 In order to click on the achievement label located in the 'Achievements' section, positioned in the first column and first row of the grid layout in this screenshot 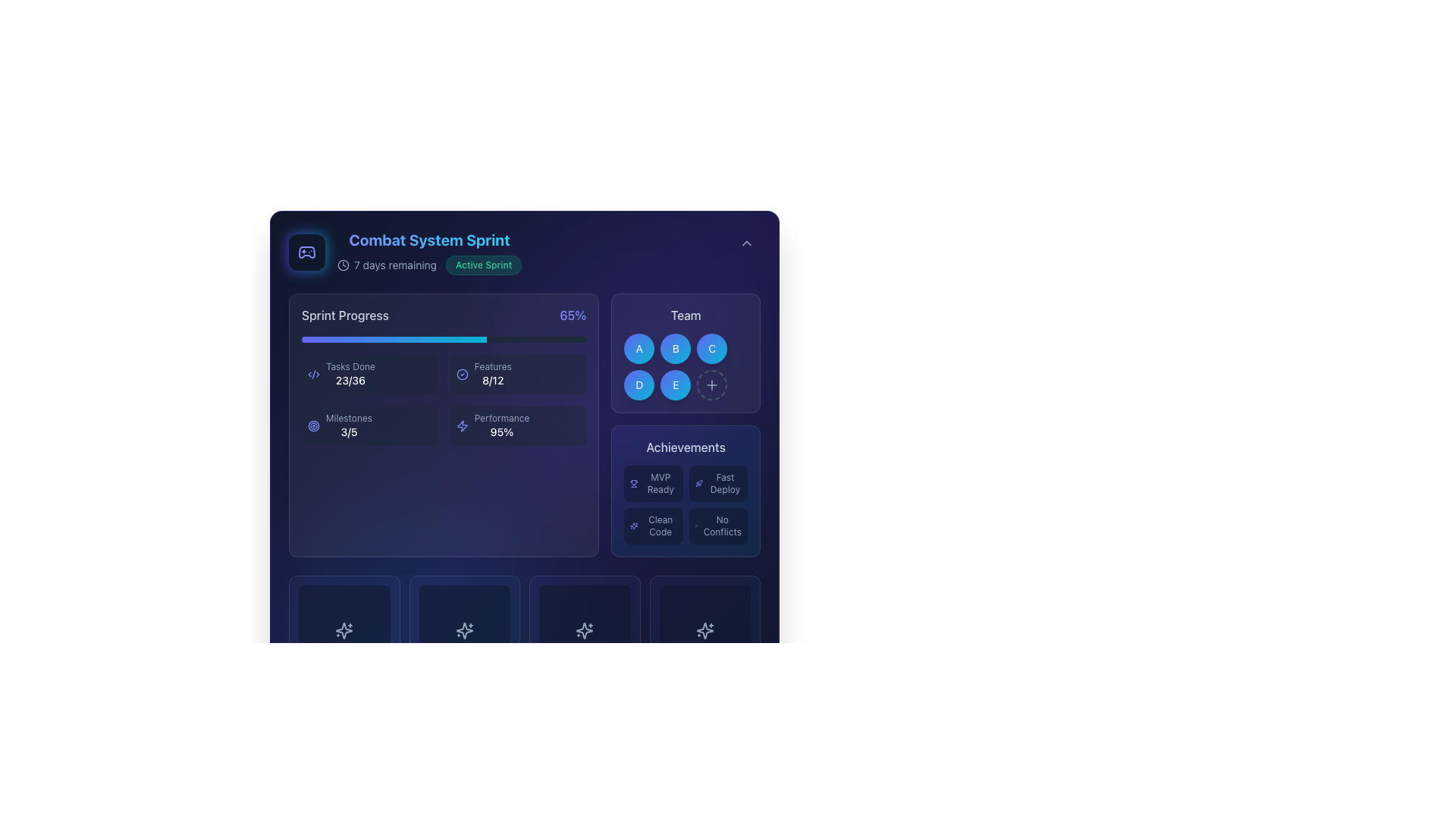, I will do `click(661, 483)`.